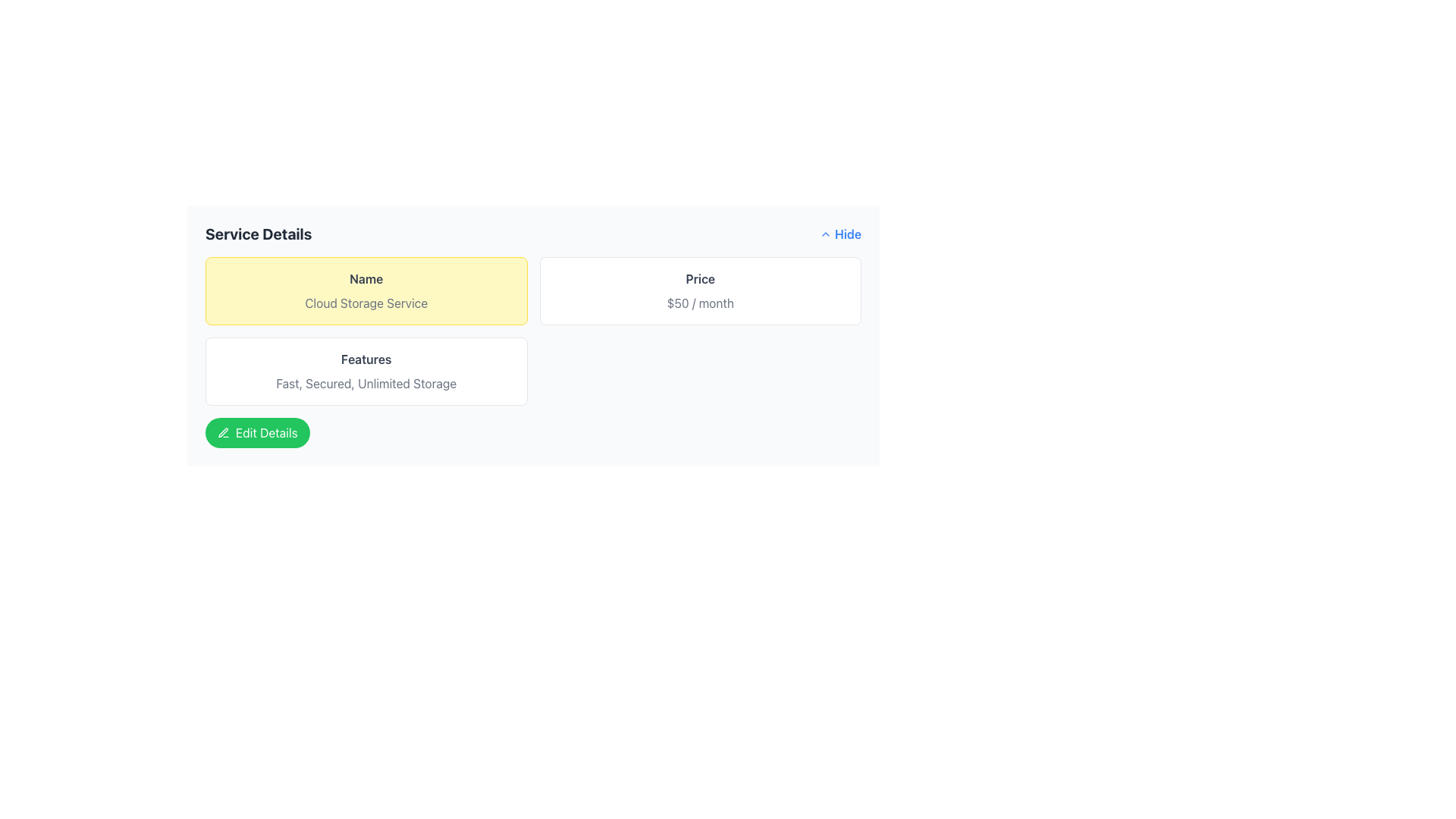 This screenshot has width=1456, height=819. What do you see at coordinates (699, 278) in the screenshot?
I see `the static text label that serves as a heading for the pricing information, indicating the price of '$50 / month'` at bounding box center [699, 278].